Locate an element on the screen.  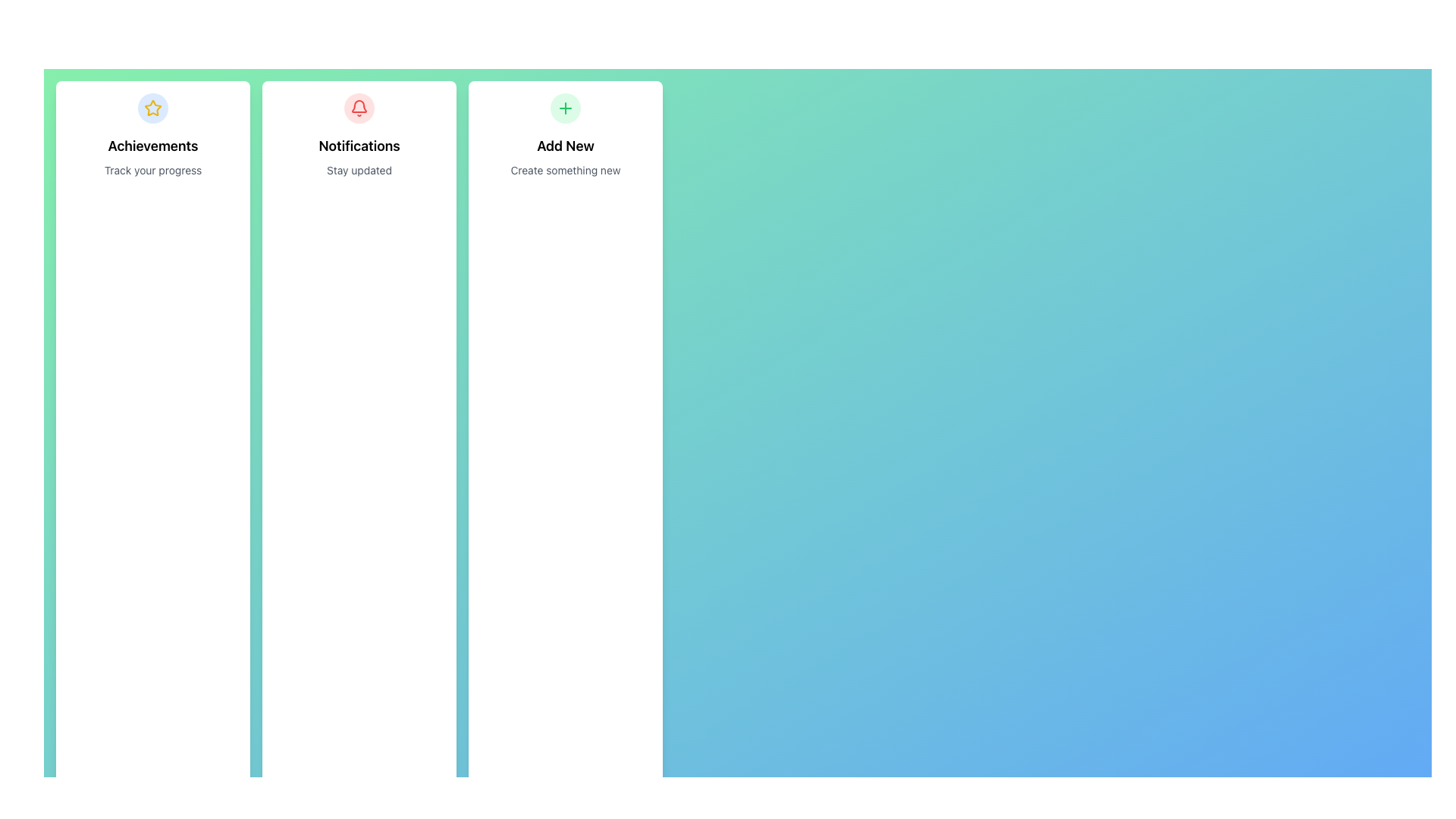
the small circular icon filled with a light blue background and a yellow star shape in the center, located within the 'Achievements' card, positioned above the text 'Achievements' and 'Track your progress' is located at coordinates (152, 107).